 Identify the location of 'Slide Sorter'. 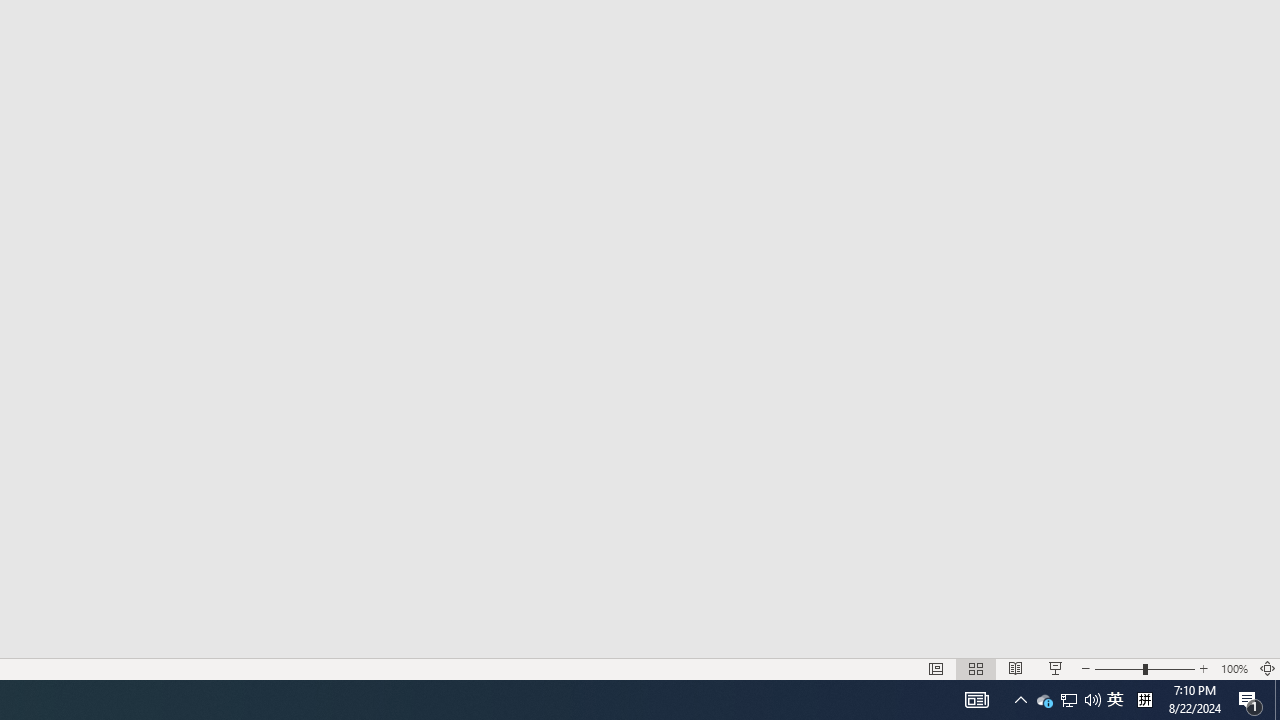
(976, 669).